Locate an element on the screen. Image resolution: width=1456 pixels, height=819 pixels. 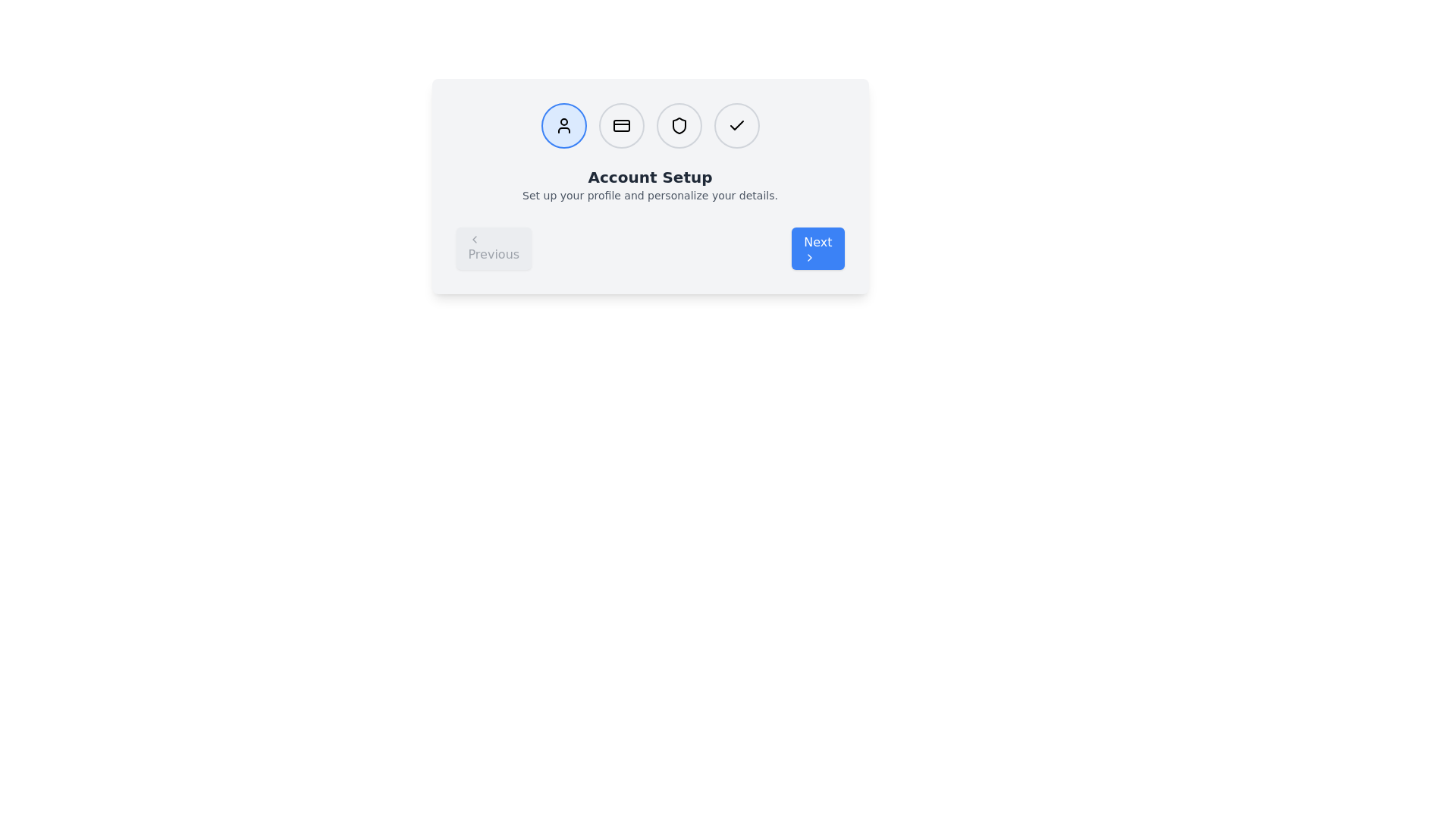
the shield icon, which is the third circular button from the left at the top of the card component is located at coordinates (678, 124).